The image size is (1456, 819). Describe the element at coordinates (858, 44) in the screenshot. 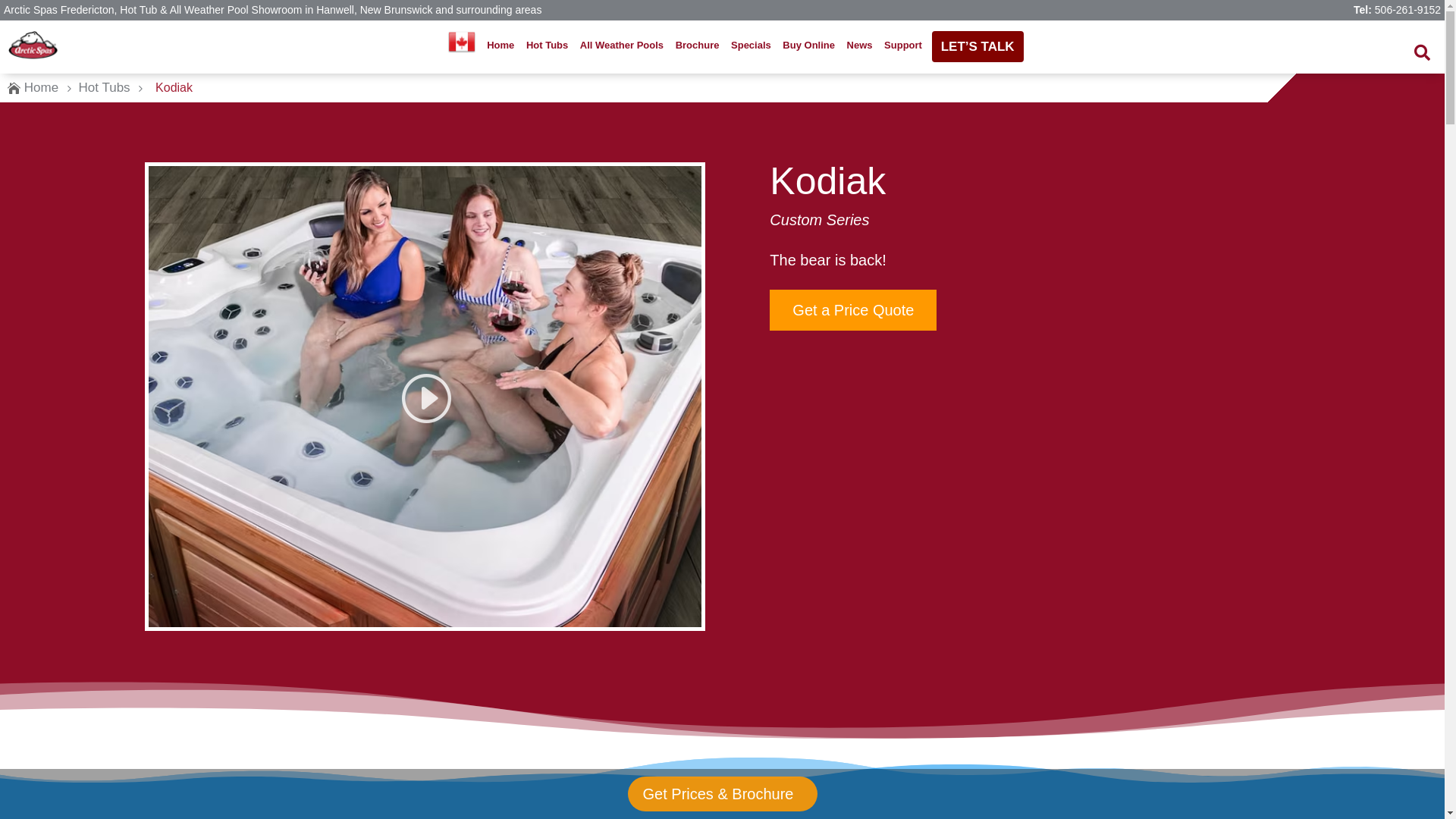

I see `'News'` at that location.